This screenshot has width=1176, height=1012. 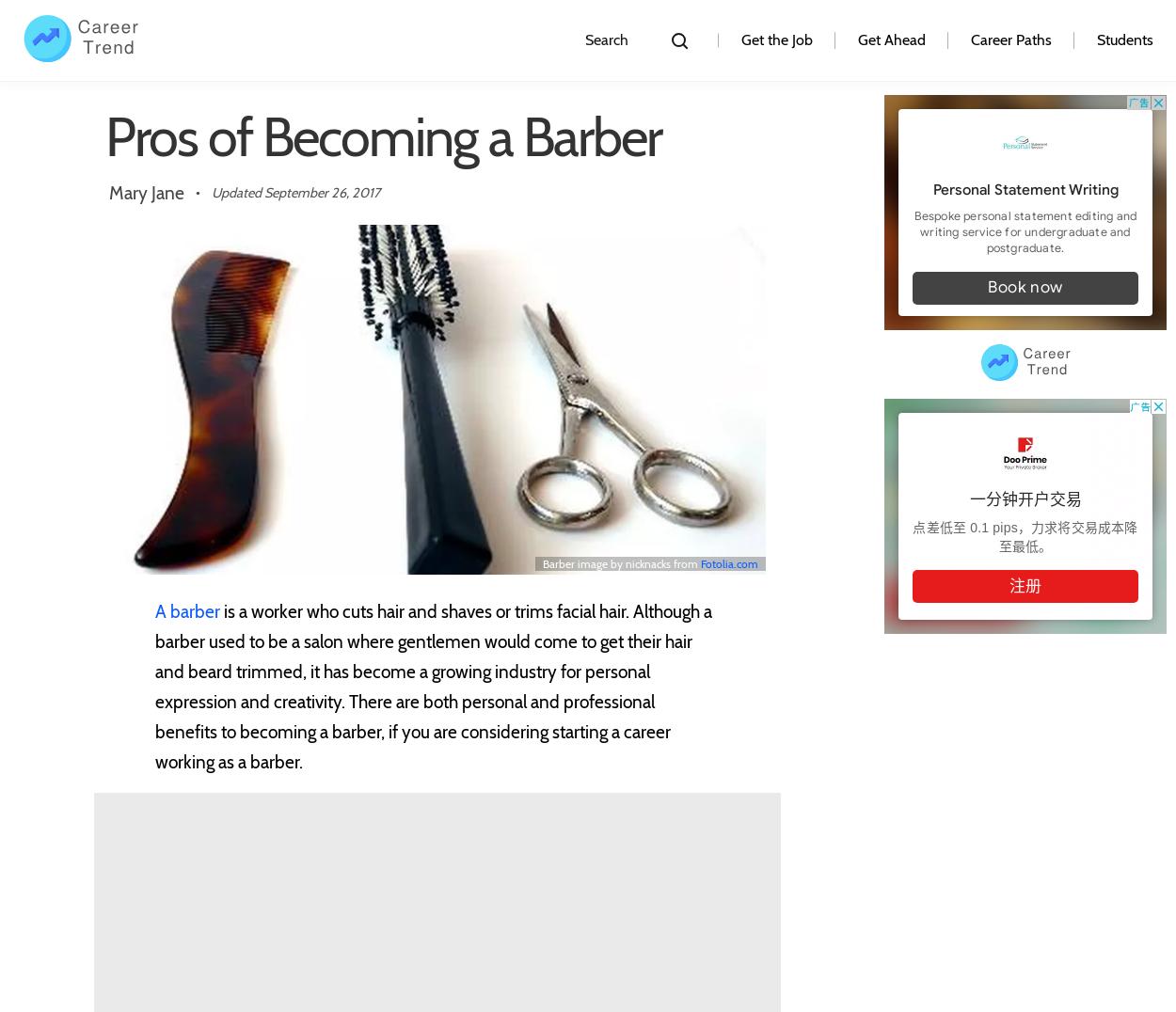 I want to click on 'A barber', so click(x=155, y=609).